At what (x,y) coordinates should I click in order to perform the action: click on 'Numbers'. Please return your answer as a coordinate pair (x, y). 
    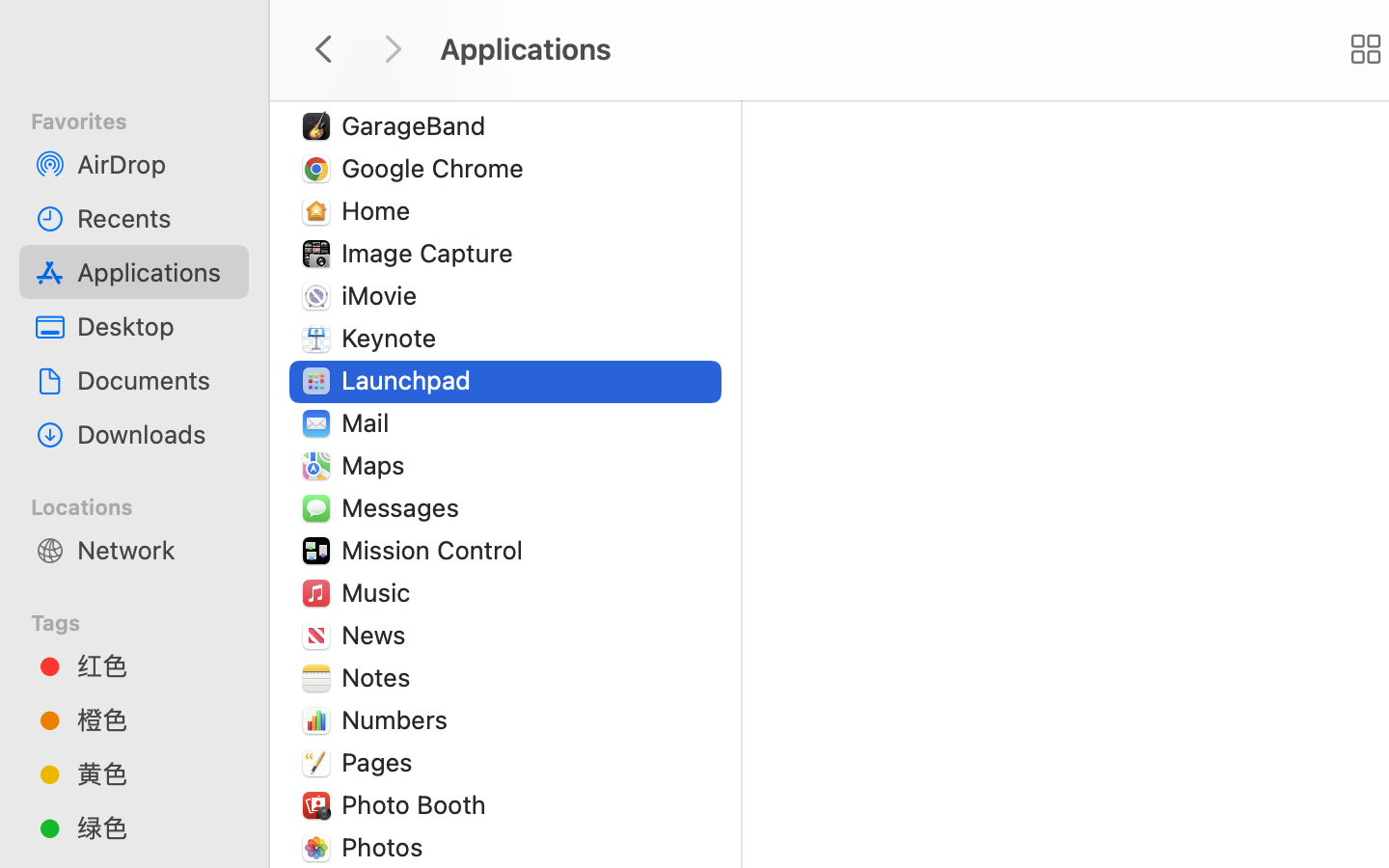
    Looking at the image, I should click on (397, 719).